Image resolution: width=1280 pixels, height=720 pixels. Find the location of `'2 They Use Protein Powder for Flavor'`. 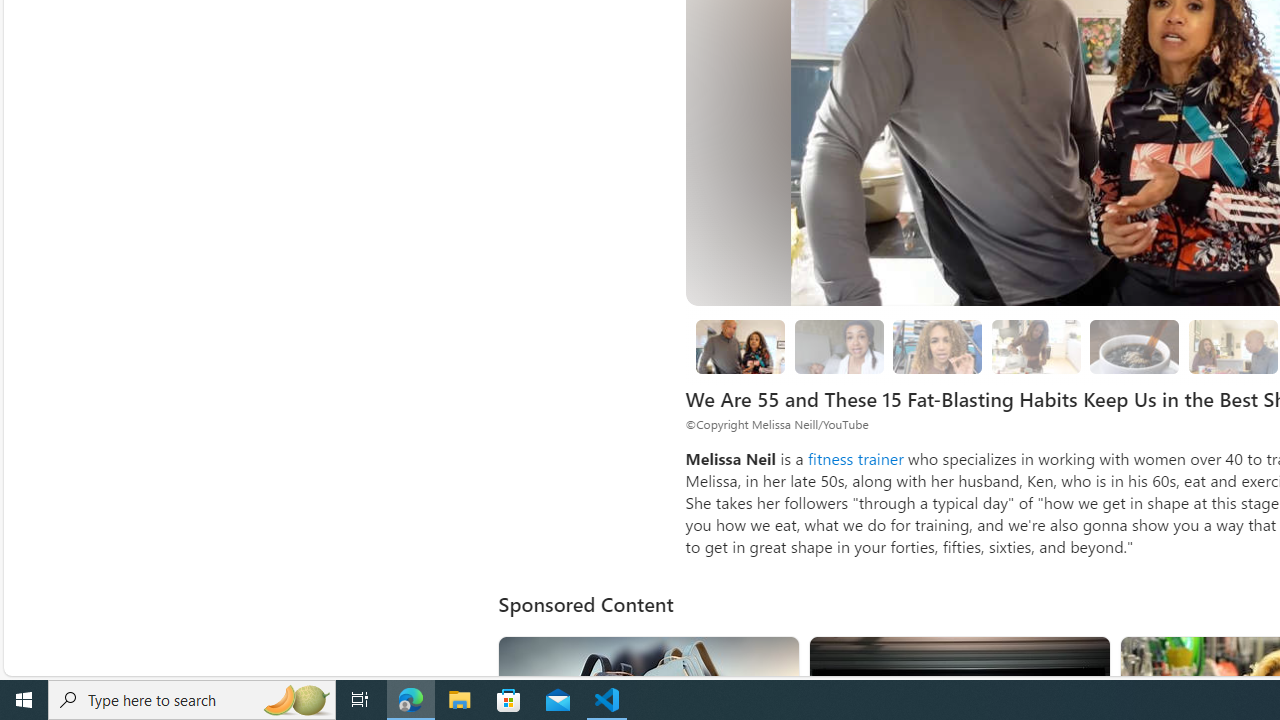

'2 They Use Protein Powder for Flavor' is located at coordinates (937, 345).